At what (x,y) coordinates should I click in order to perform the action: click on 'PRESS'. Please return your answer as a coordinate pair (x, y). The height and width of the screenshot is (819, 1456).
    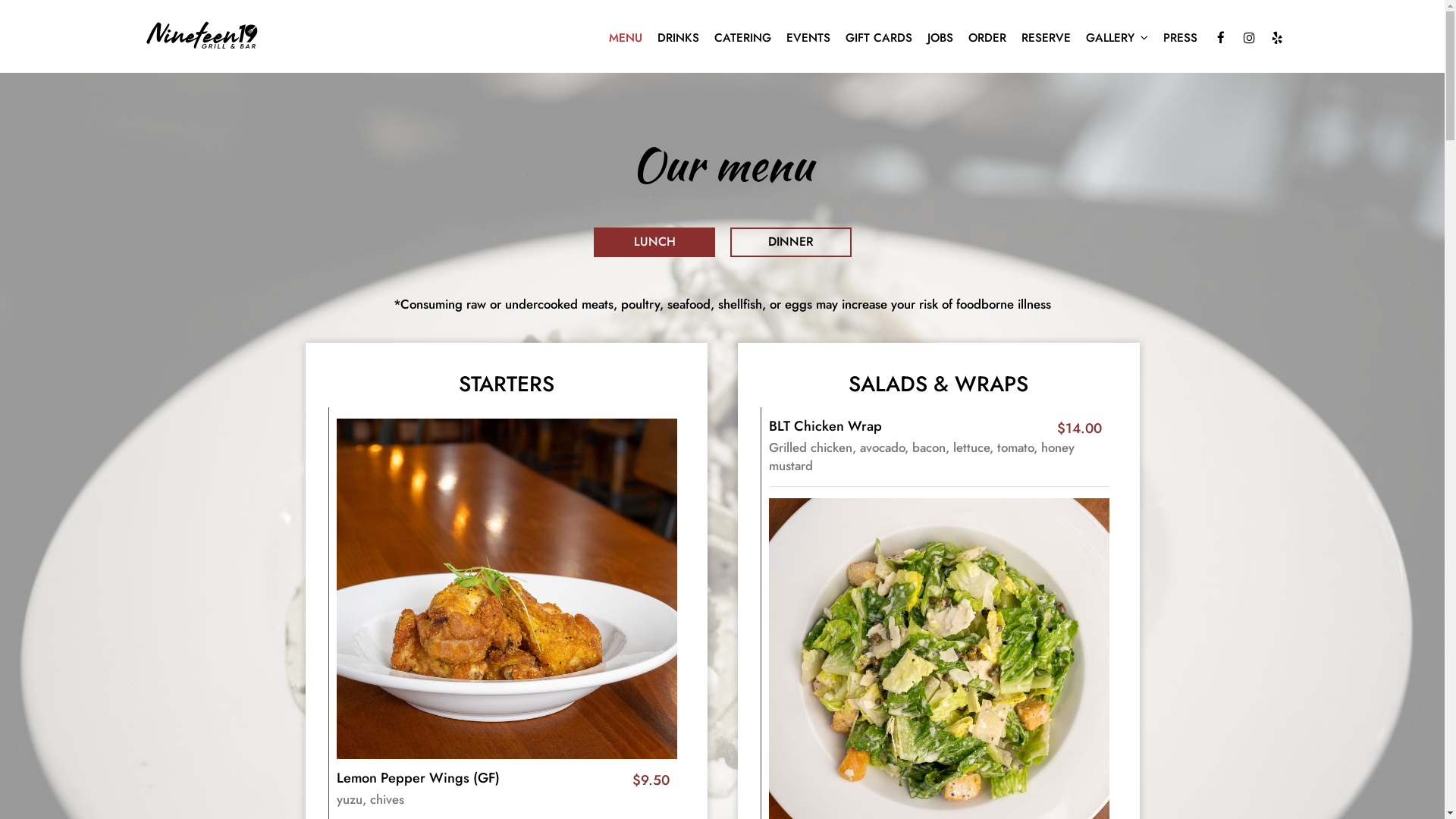
    Looking at the image, I should click on (1154, 37).